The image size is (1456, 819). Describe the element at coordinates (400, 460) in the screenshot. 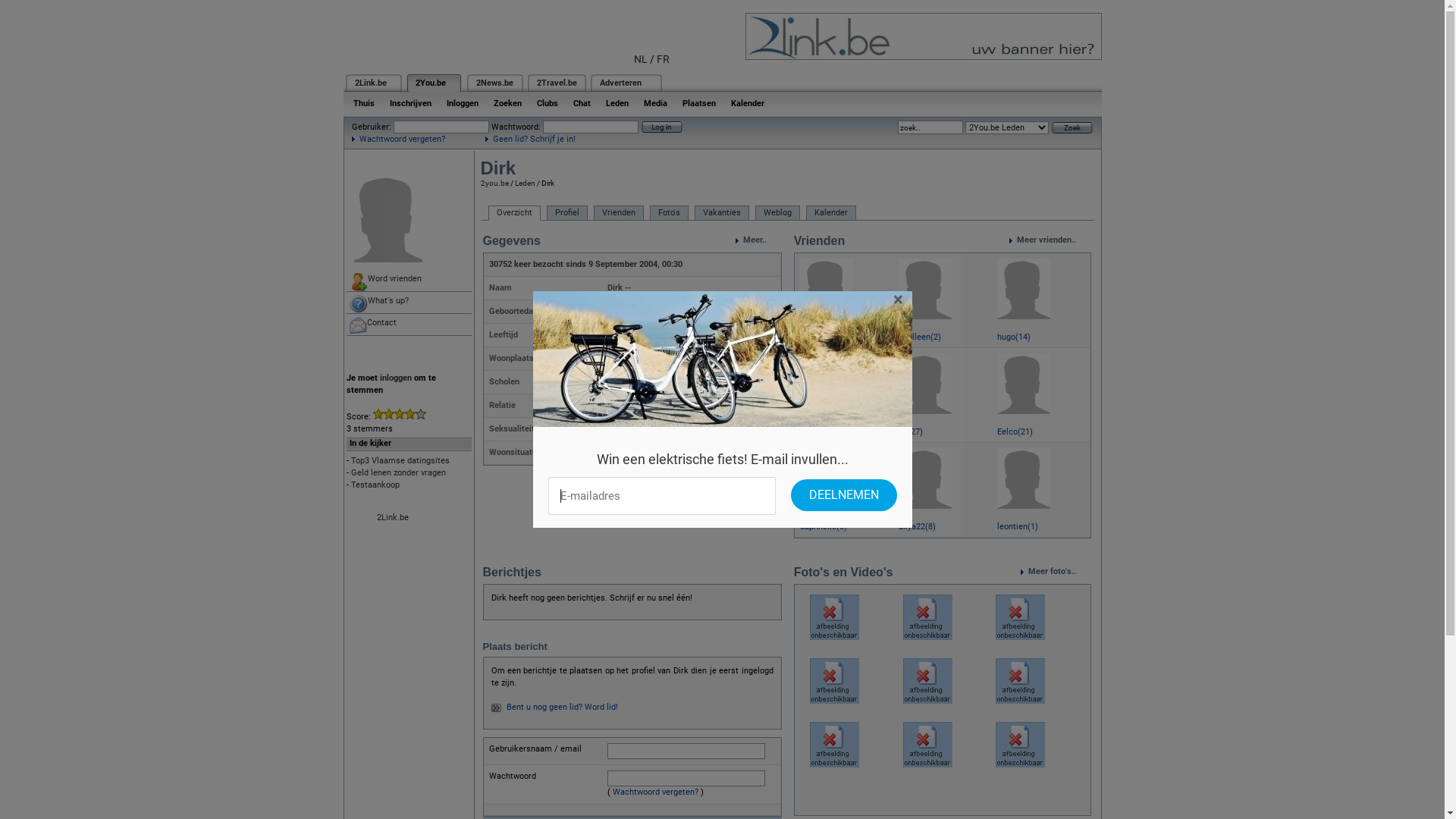

I see `'Top3 Vlaamse datingsites'` at that location.